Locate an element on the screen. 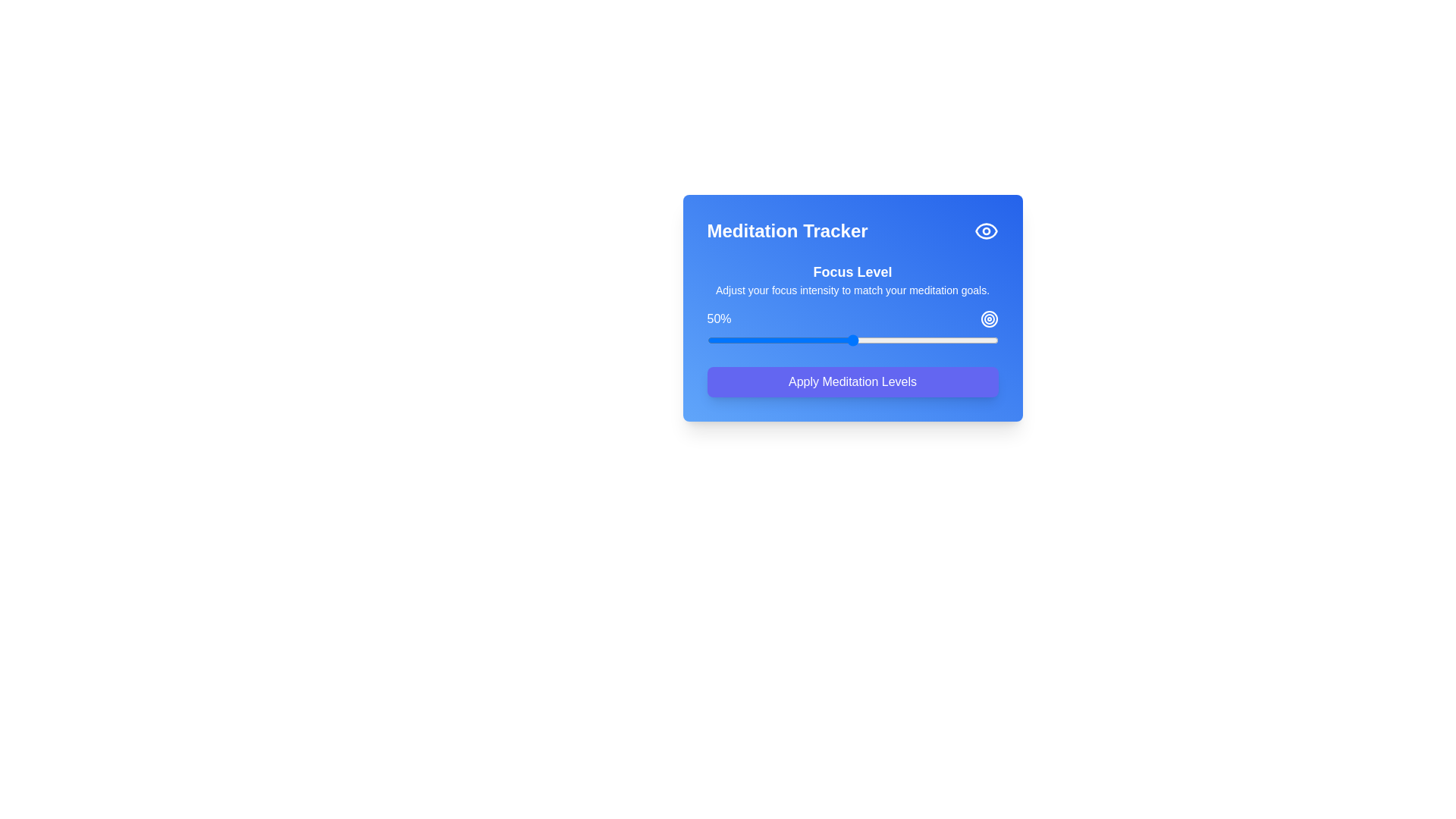 The width and height of the screenshot is (1456, 819). the text label that instructs users to adjust their focus intensity, which is situated below the 'Focus Level' header and above the '50%' display is located at coordinates (852, 290).